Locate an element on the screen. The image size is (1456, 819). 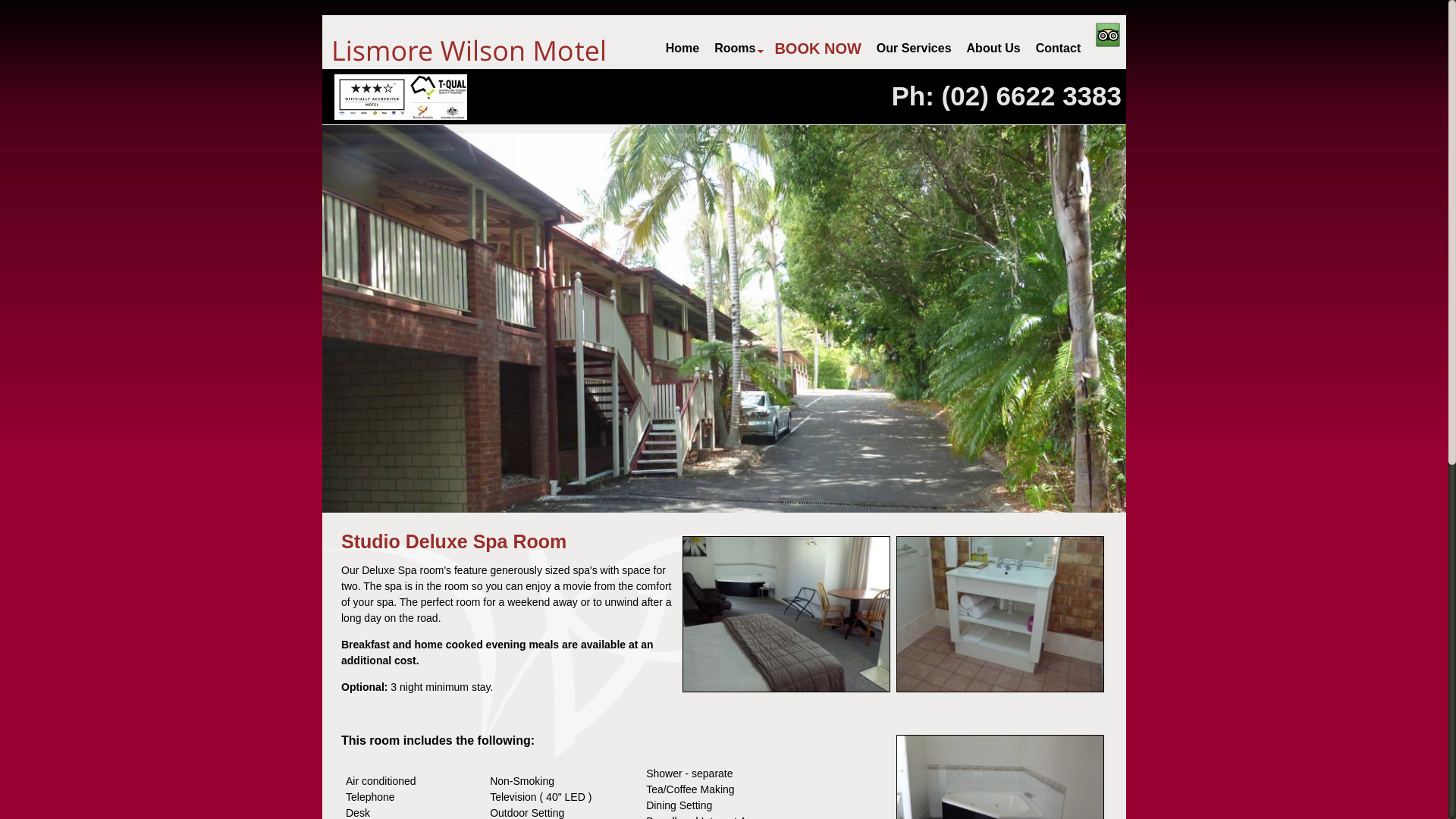
'Home' is located at coordinates (682, 48).